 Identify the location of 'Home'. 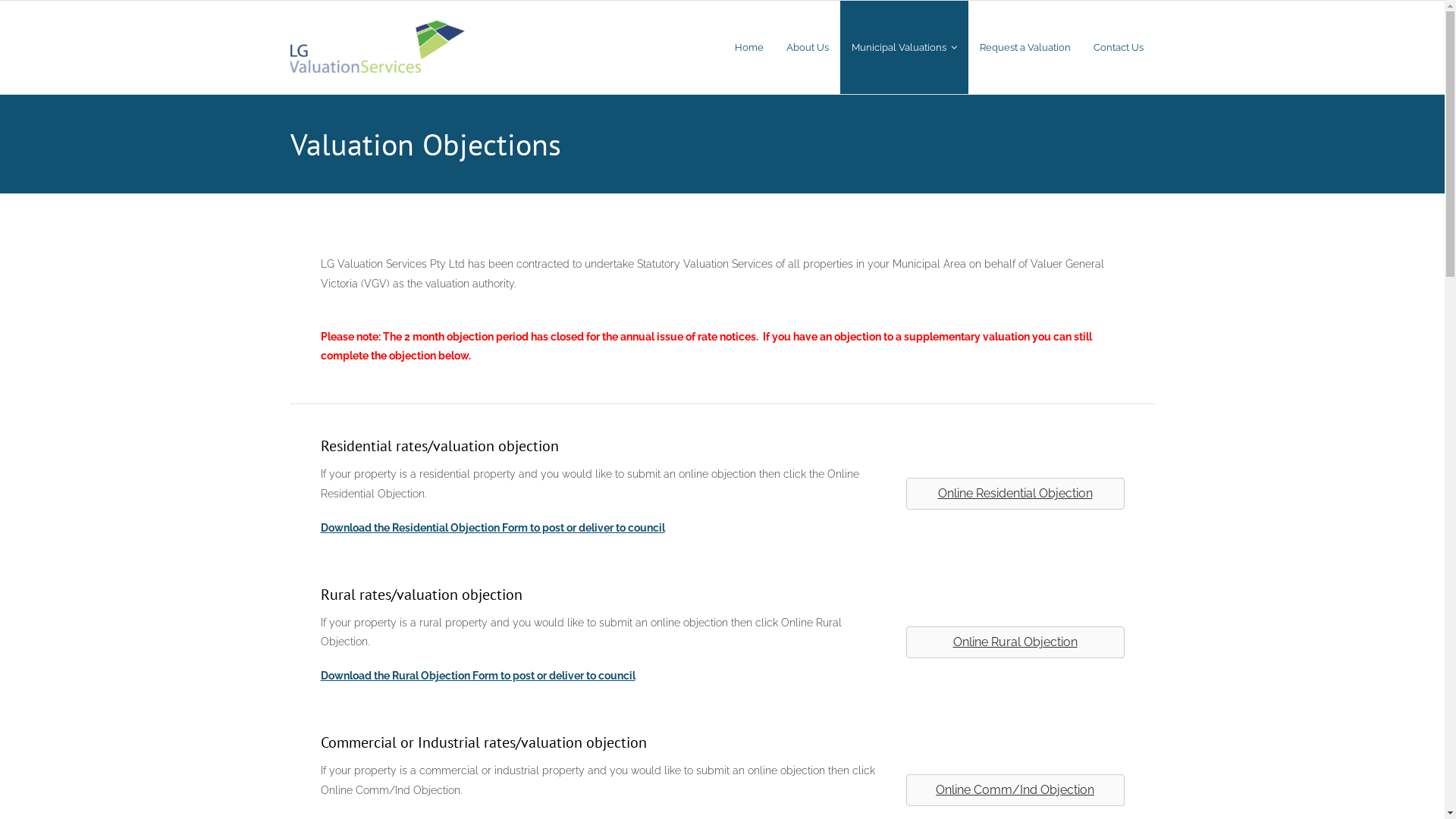
(749, 46).